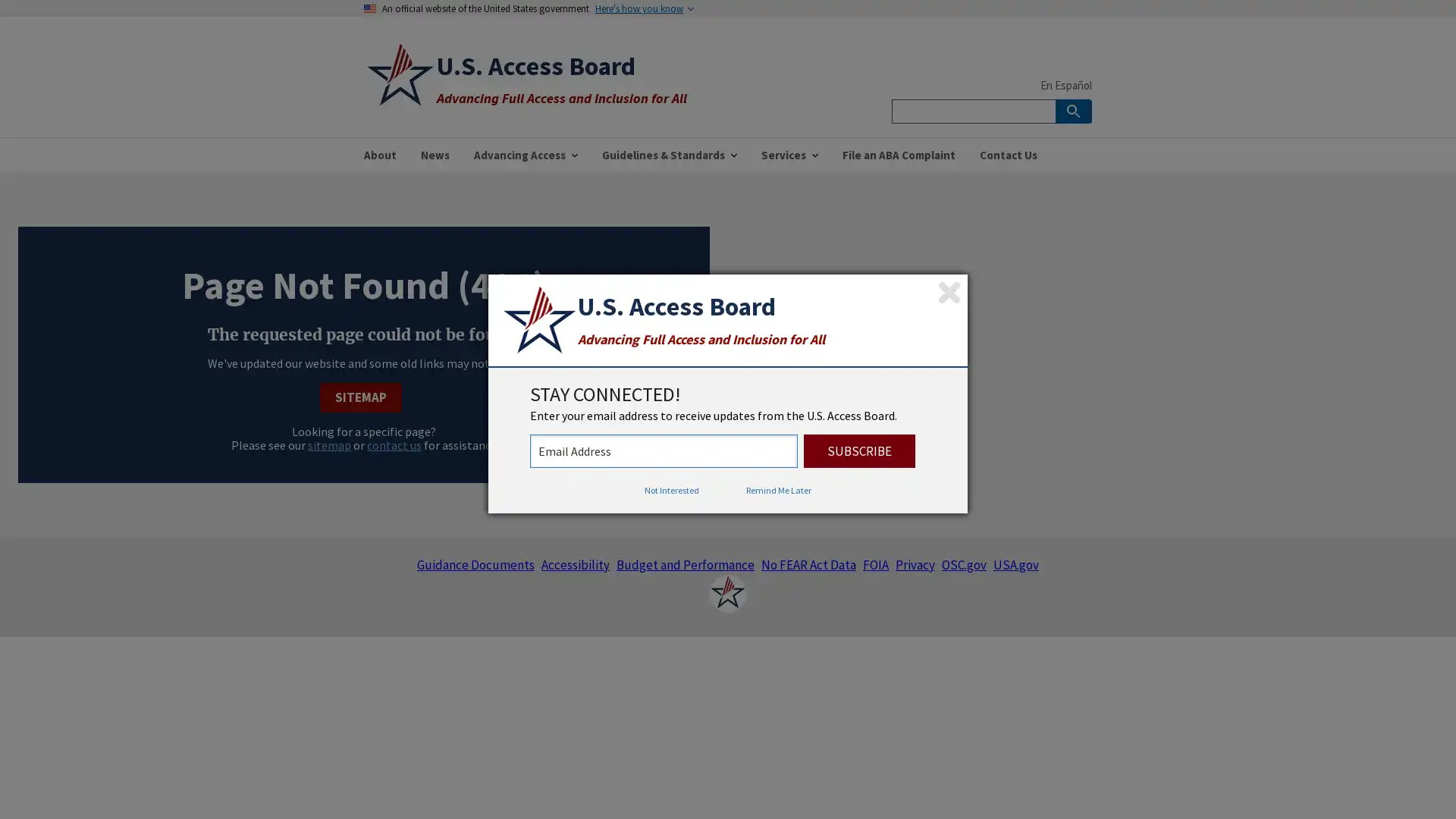 The height and width of the screenshot is (819, 1456). I want to click on Close subscription dialog, so click(949, 292).